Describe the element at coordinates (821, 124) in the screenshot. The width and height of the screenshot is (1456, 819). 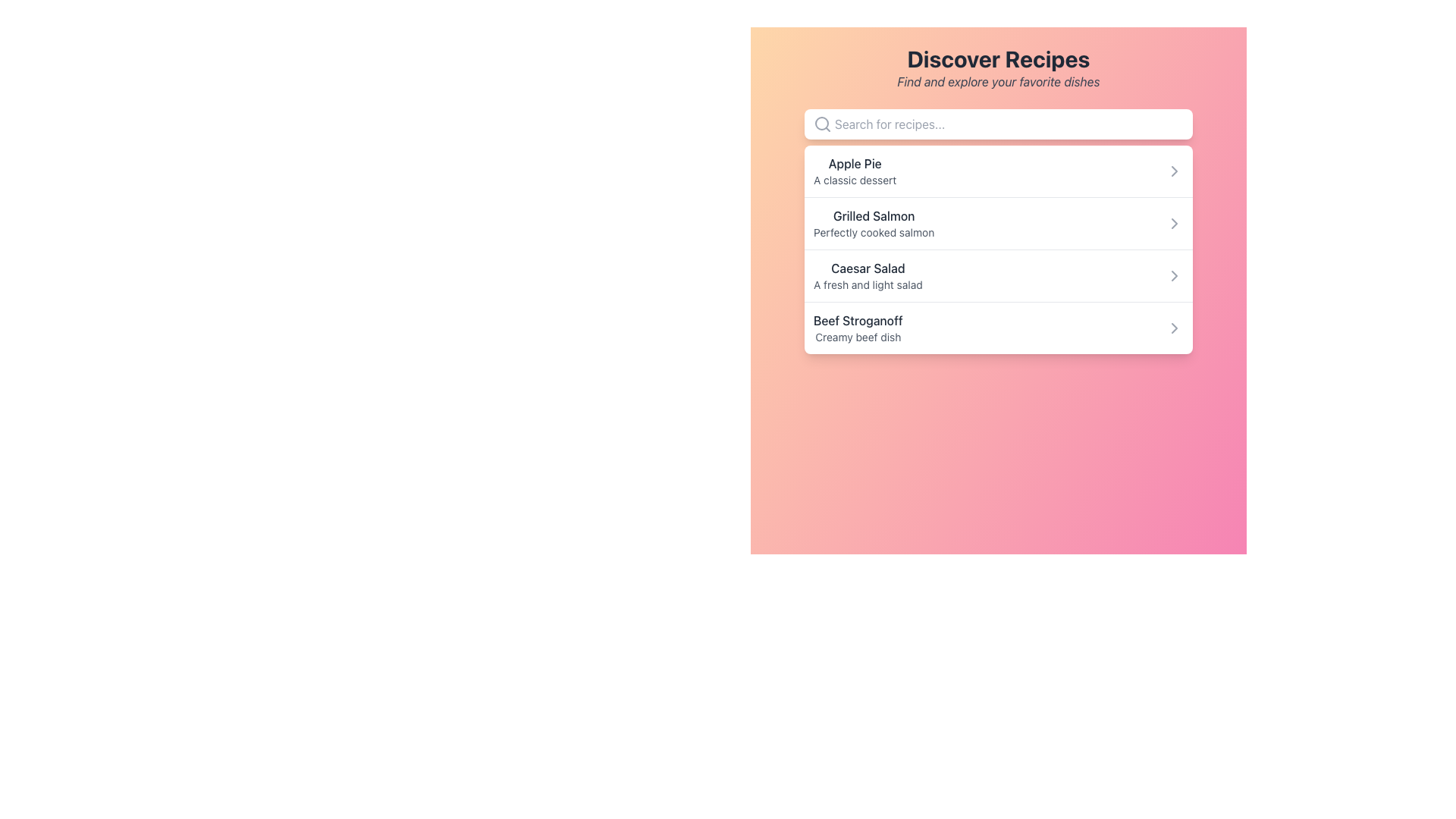
I see `the circular magnifying glass icon located to the left of the search input field, which has a gray outline and is positioned near the top of the interface` at that location.